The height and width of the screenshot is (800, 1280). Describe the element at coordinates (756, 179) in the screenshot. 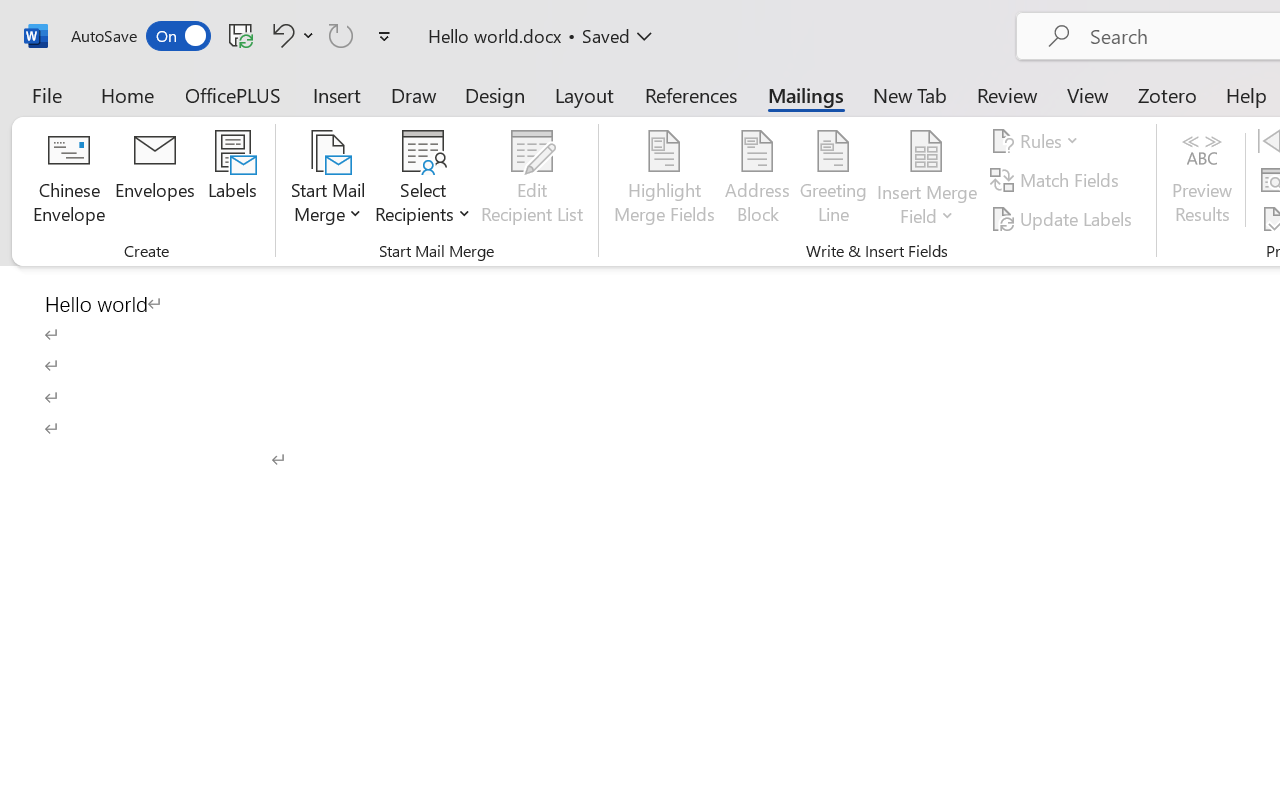

I see `'Address Block...'` at that location.